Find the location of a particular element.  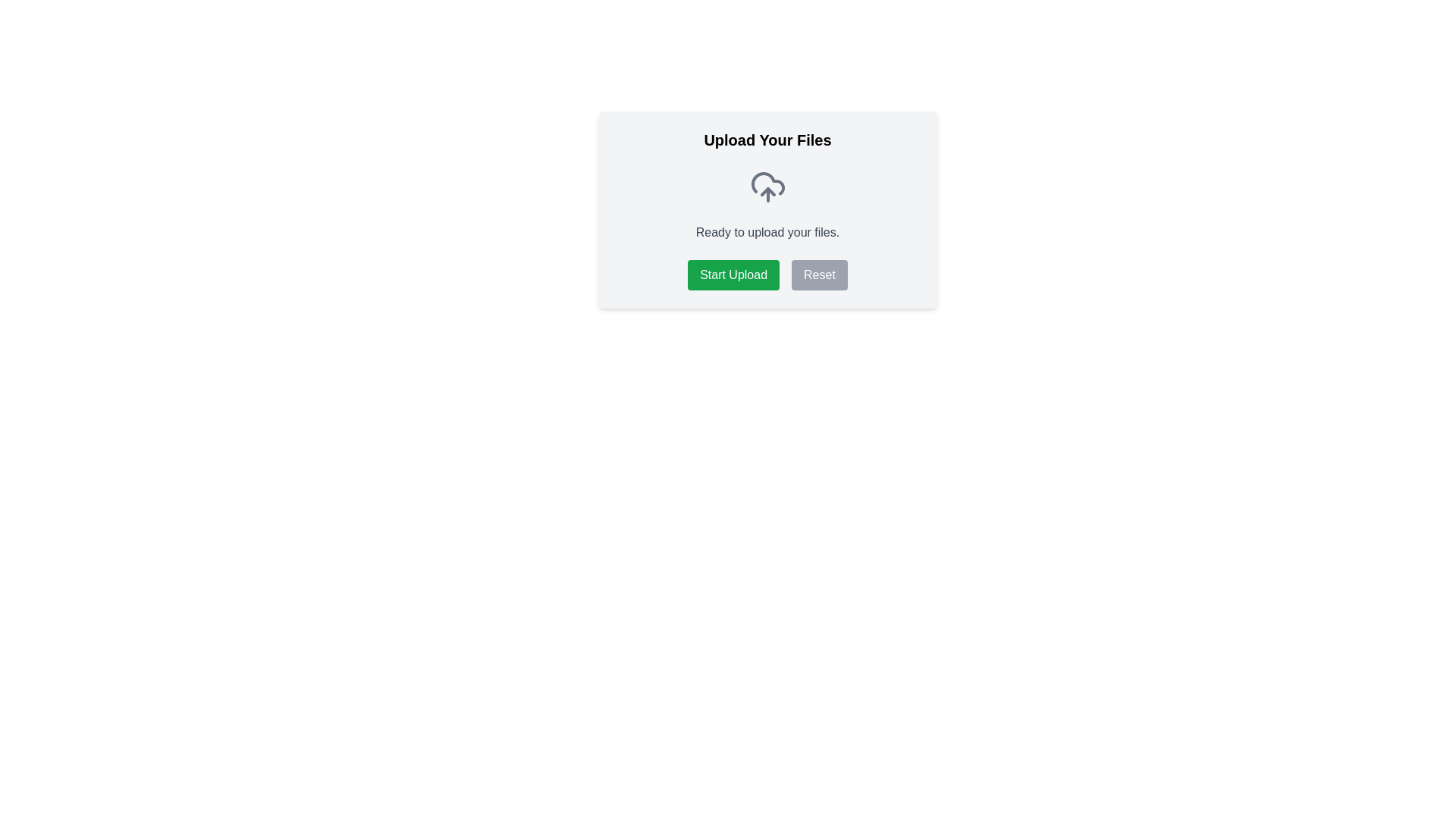

the gray 'Reset' button with white text, located to the right of the 'Start Upload' button in the upload modal is located at coordinates (818, 275).